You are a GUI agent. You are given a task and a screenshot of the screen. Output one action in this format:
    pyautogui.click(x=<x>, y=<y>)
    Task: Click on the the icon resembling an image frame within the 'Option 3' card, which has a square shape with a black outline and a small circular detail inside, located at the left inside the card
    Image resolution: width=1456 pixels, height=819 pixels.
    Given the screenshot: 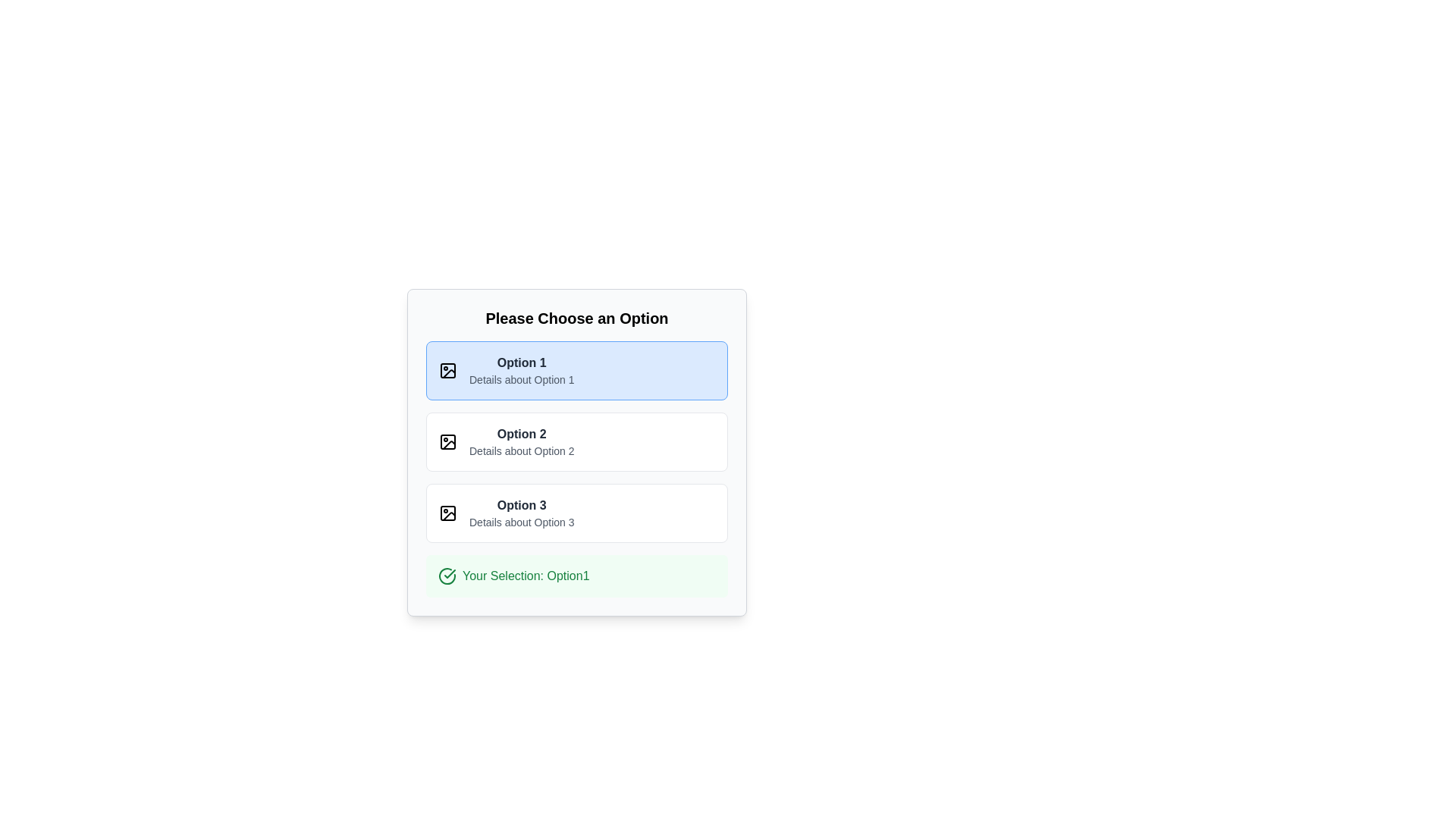 What is the action you would take?
    pyautogui.click(x=447, y=513)
    